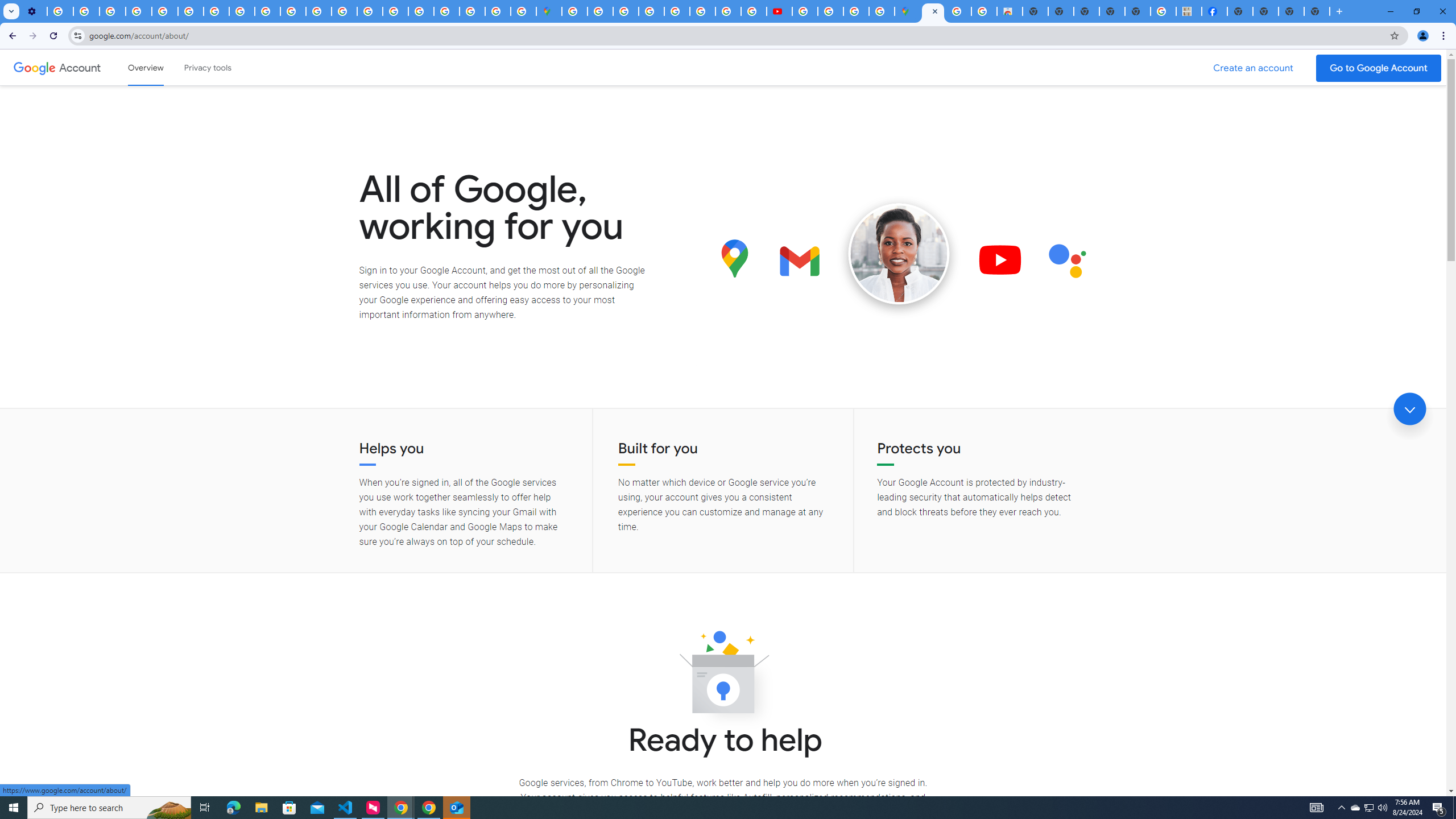 This screenshot has width=1456, height=819. Describe the element at coordinates (723, 675) in the screenshot. I see `'Ready to help'` at that location.